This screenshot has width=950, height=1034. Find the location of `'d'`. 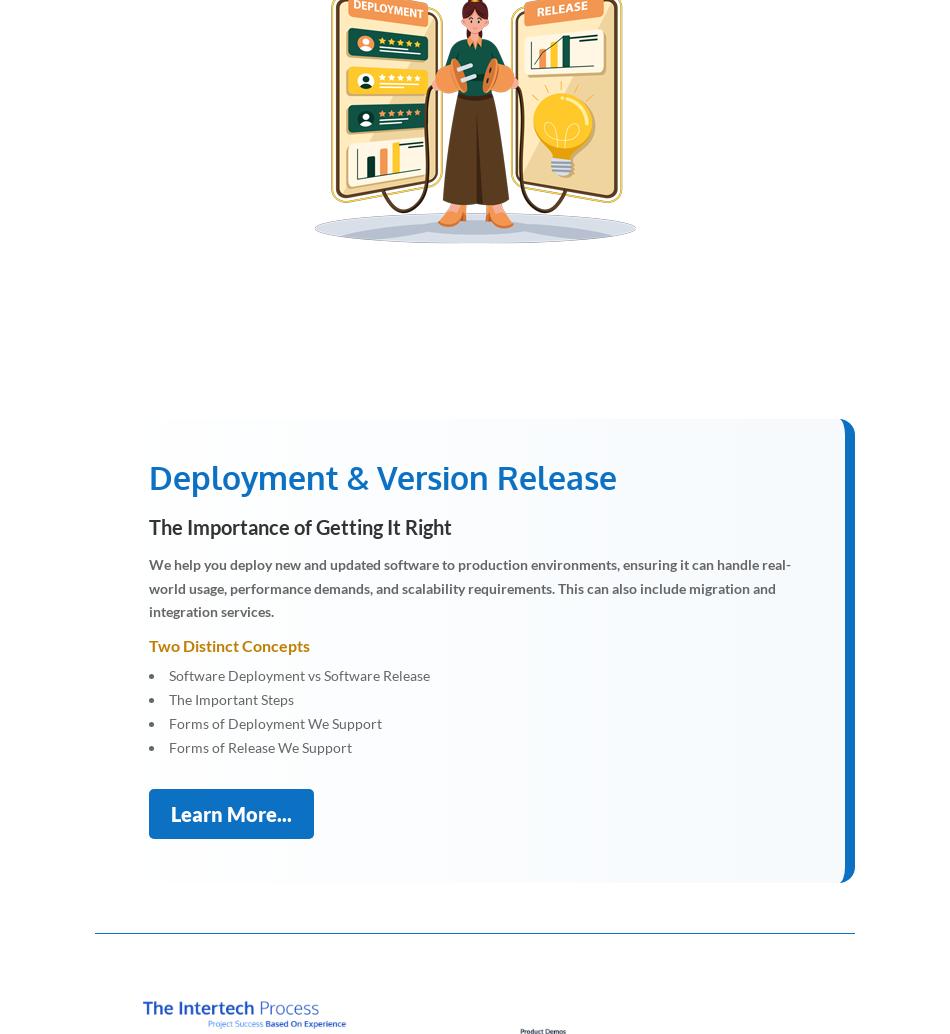

'd' is located at coordinates (509, 117).